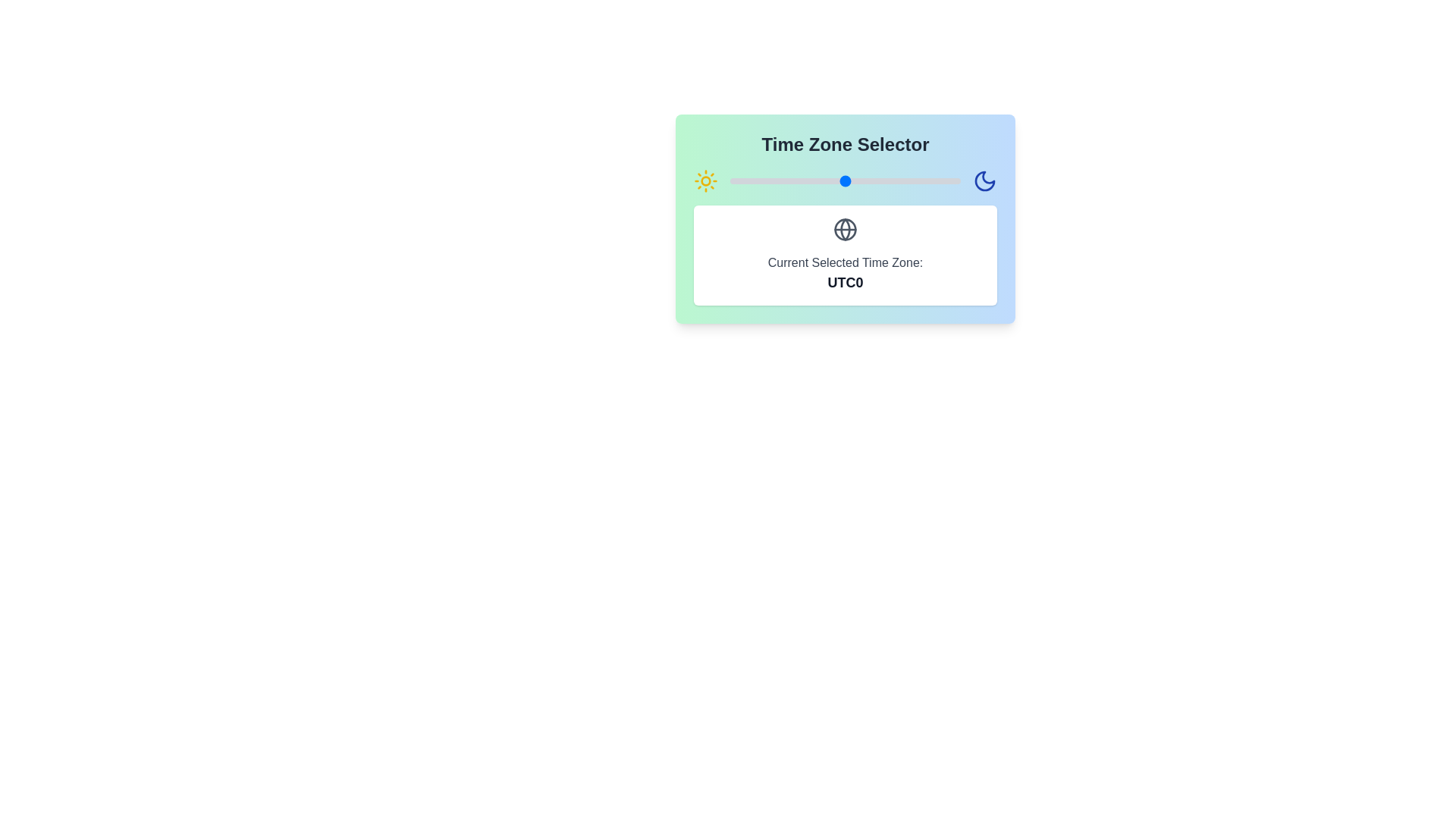  I want to click on the time zone offset, so click(757, 180).